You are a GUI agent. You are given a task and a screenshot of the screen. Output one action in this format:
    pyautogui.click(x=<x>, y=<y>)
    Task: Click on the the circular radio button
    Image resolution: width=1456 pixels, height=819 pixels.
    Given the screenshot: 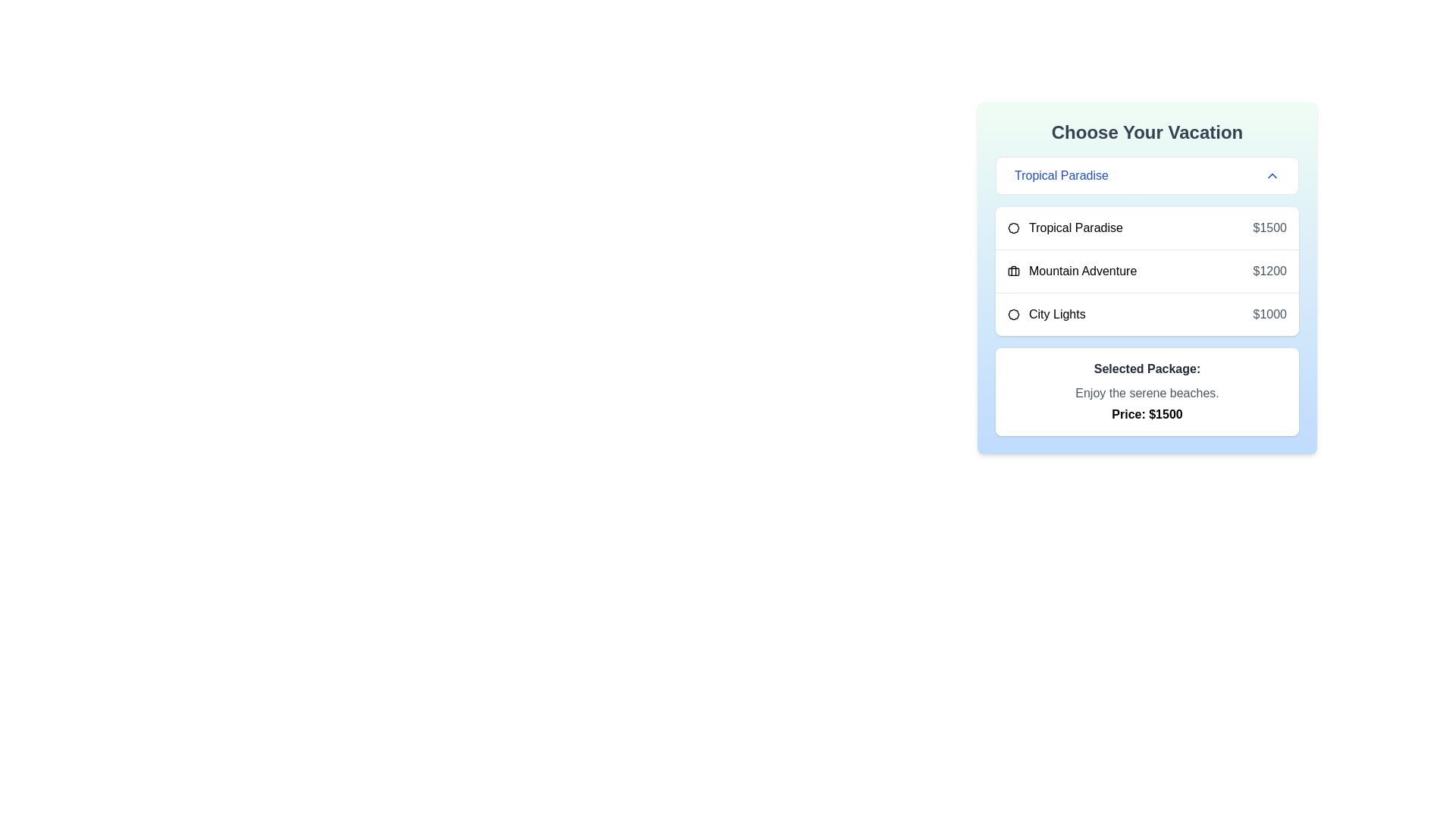 What is the action you would take?
    pyautogui.click(x=1147, y=313)
    